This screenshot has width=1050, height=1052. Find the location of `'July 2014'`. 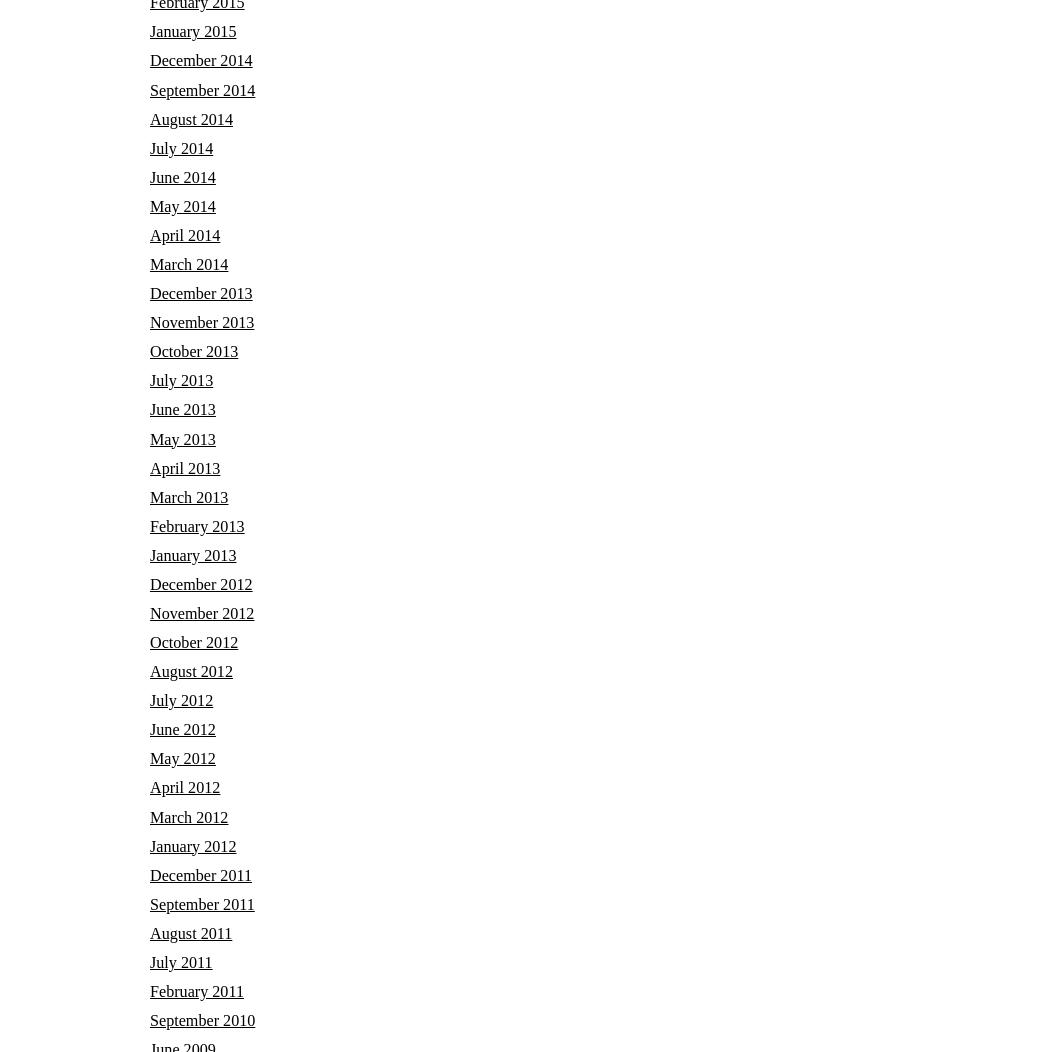

'July 2014' is located at coordinates (150, 146).